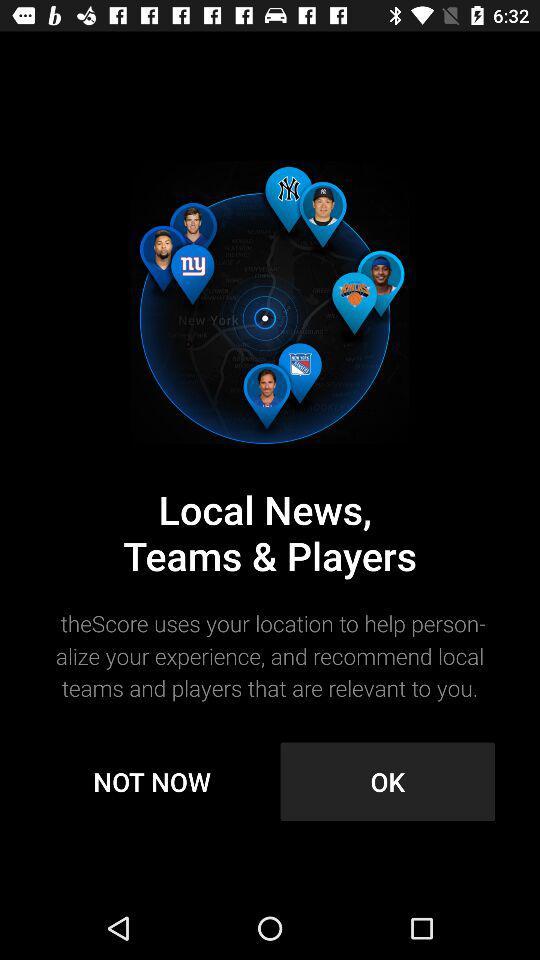  I want to click on icon next to the ok icon, so click(151, 781).